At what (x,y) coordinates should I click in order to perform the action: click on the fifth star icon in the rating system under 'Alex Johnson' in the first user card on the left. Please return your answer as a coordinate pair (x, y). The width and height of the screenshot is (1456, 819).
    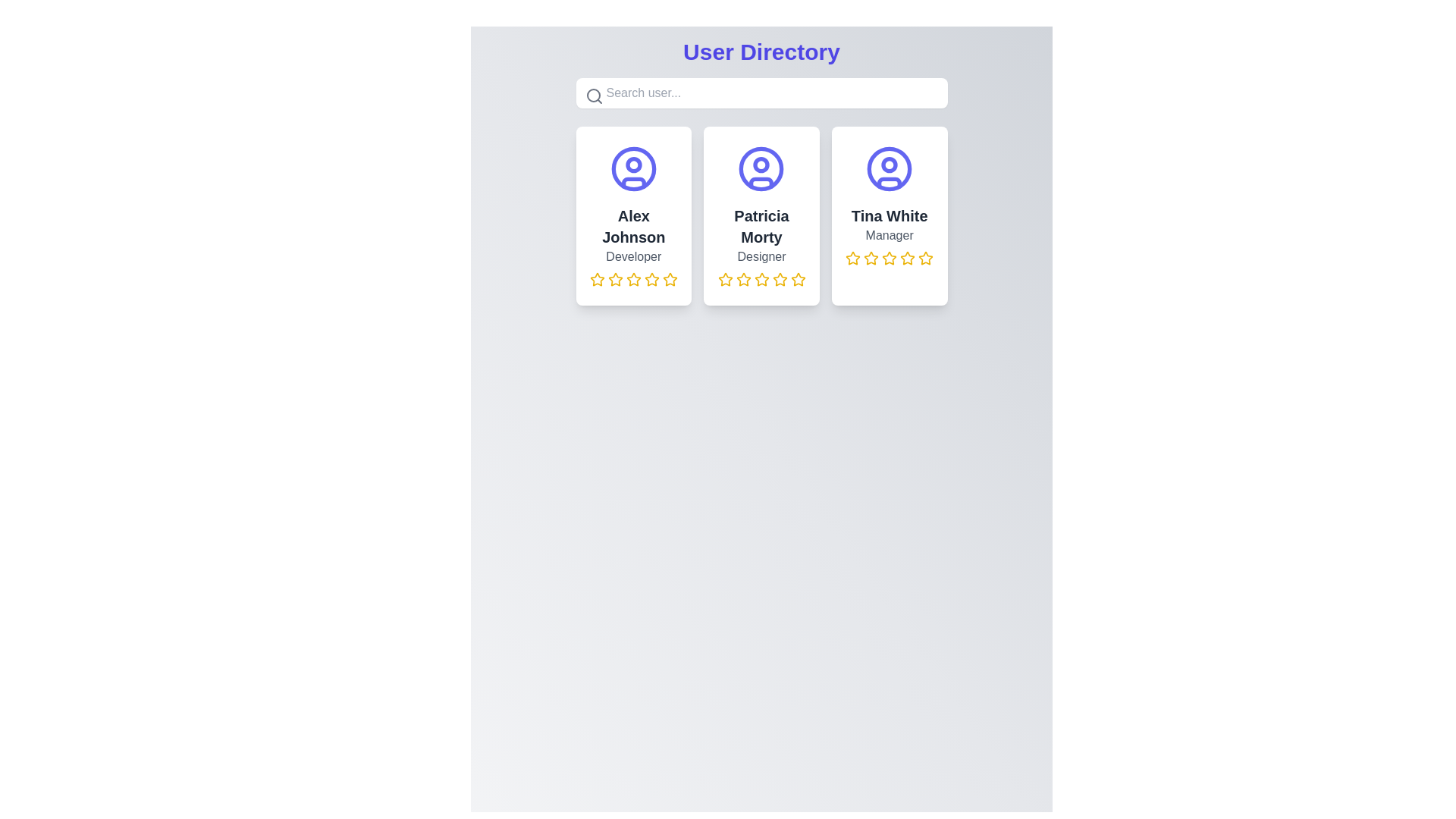
    Looking at the image, I should click on (669, 280).